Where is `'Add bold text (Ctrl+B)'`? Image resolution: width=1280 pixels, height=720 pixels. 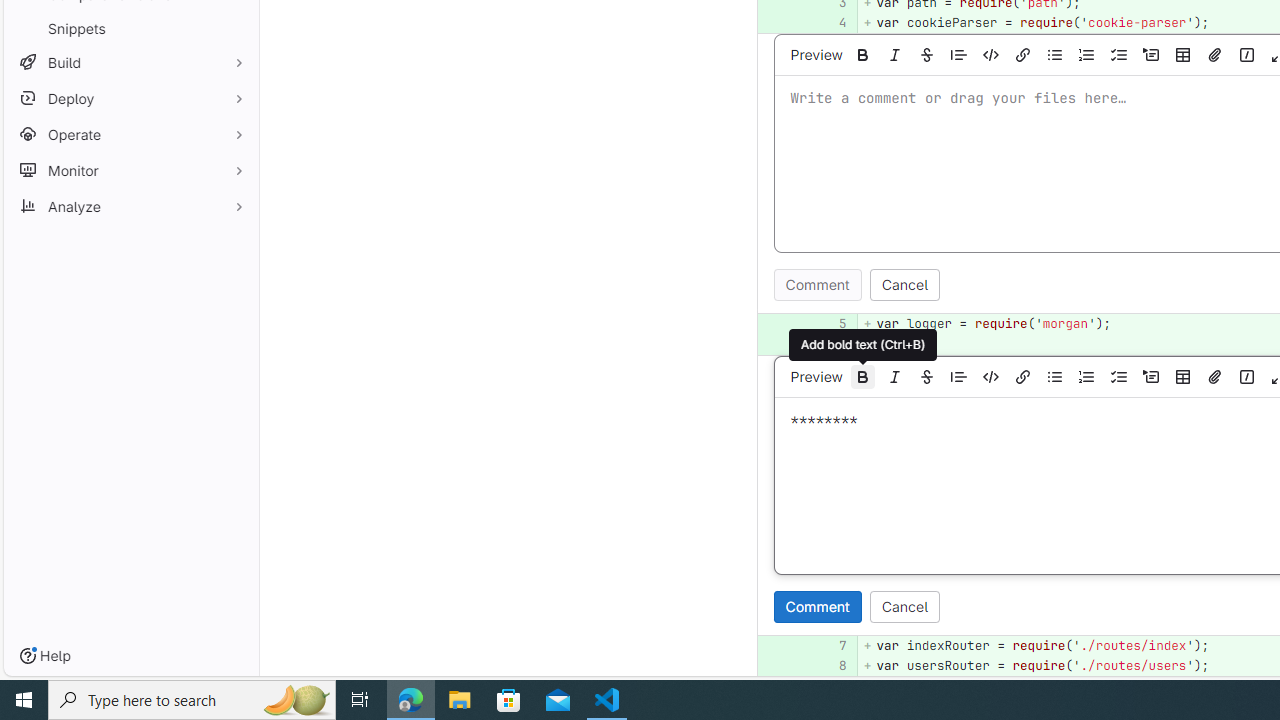
'Add bold text (Ctrl+B)' is located at coordinates (863, 343).